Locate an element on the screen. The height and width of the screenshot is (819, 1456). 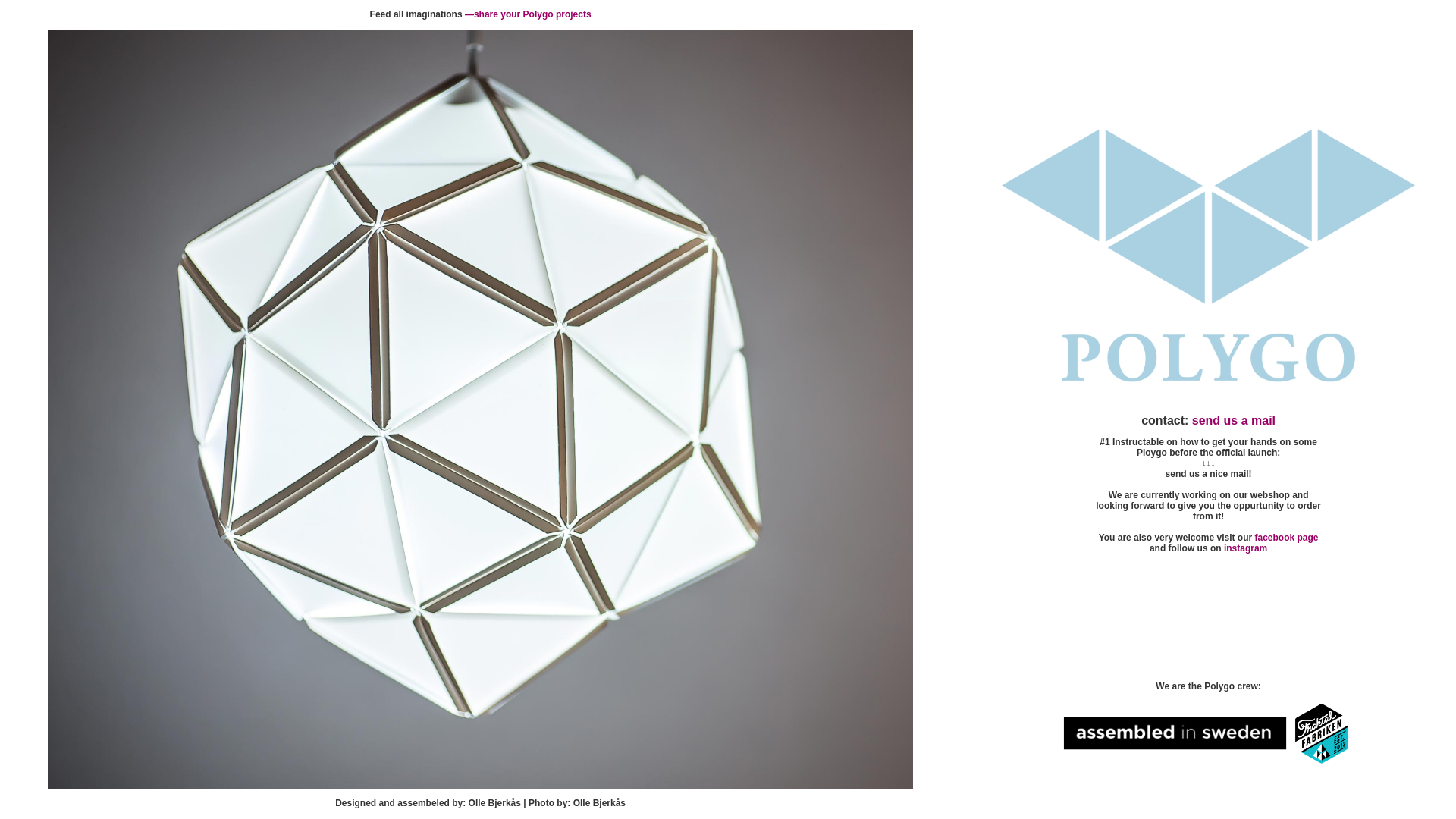
'instagram' is located at coordinates (1245, 548).